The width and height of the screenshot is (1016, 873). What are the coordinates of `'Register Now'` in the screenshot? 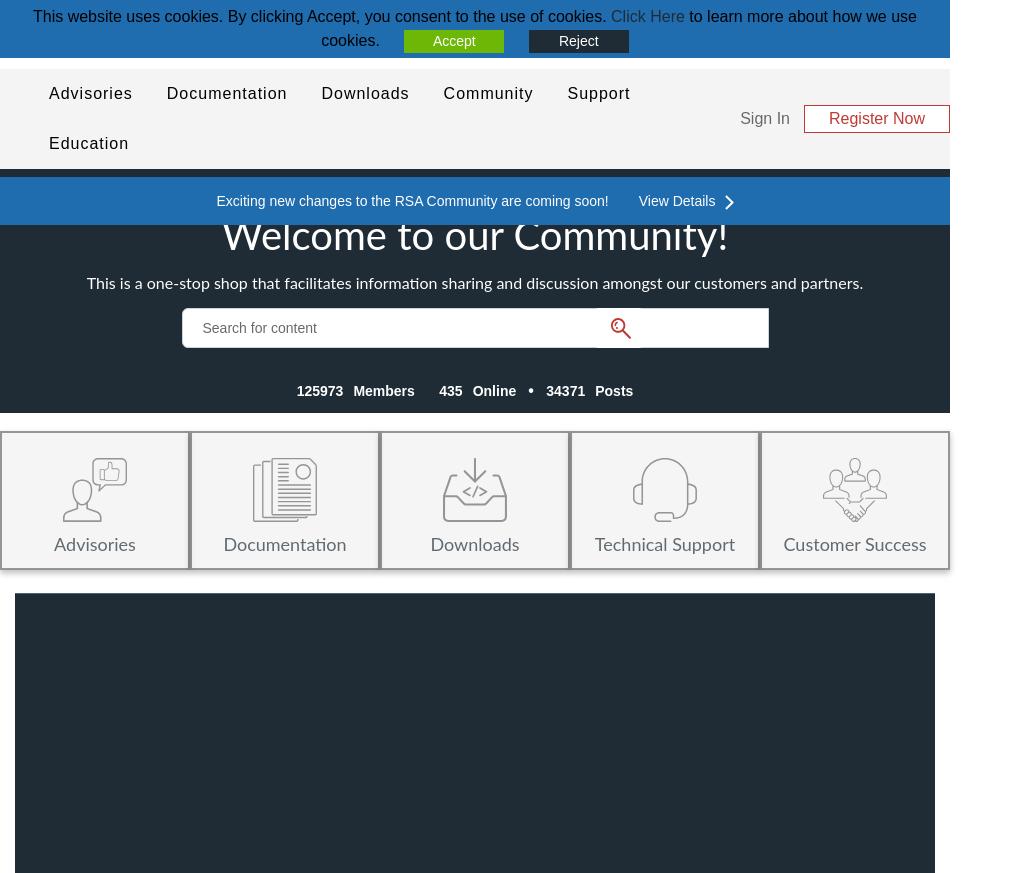 It's located at (876, 118).